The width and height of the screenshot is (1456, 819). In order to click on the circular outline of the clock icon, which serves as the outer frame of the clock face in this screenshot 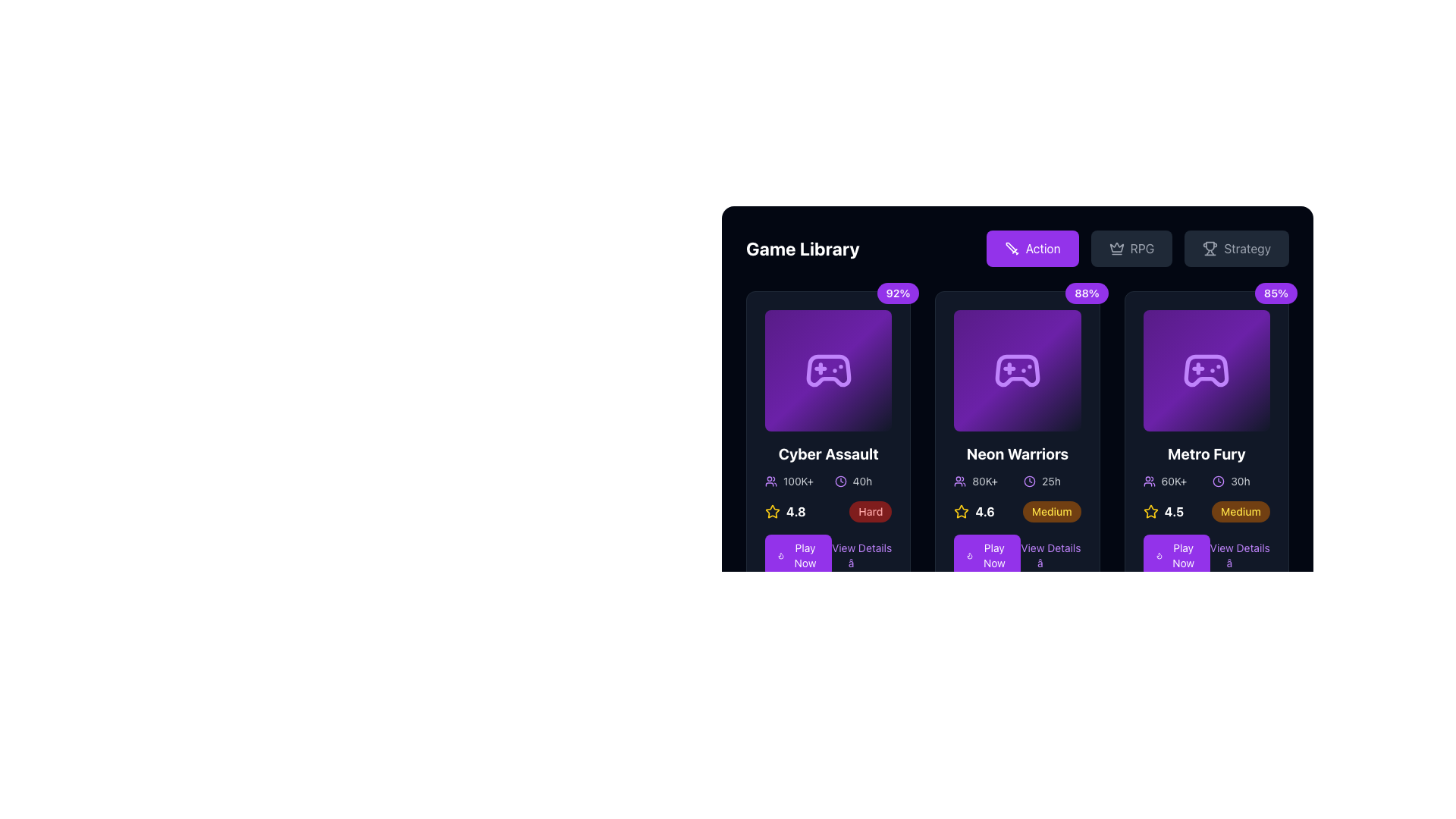, I will do `click(1030, 482)`.